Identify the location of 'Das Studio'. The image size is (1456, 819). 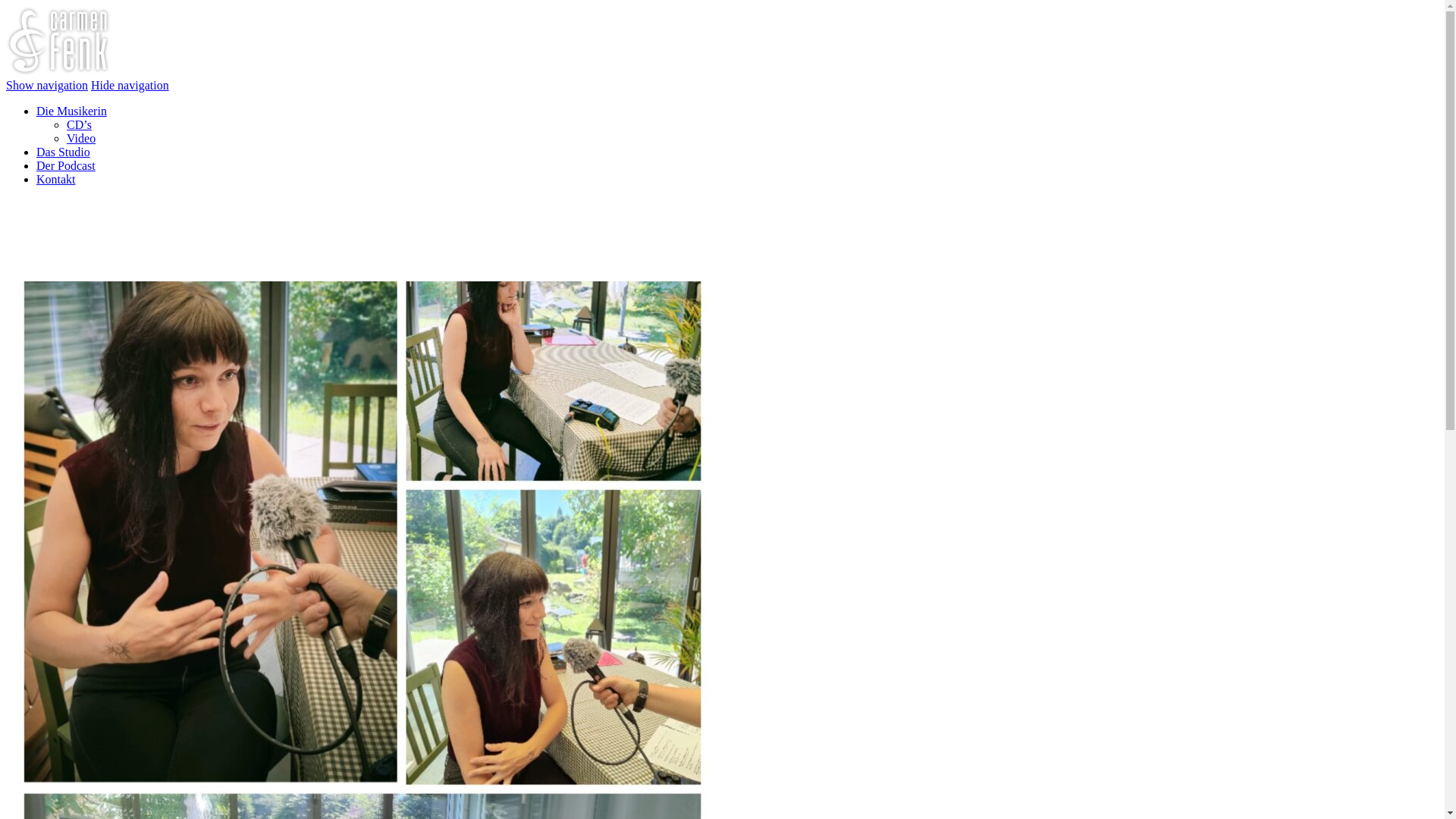
(62, 152).